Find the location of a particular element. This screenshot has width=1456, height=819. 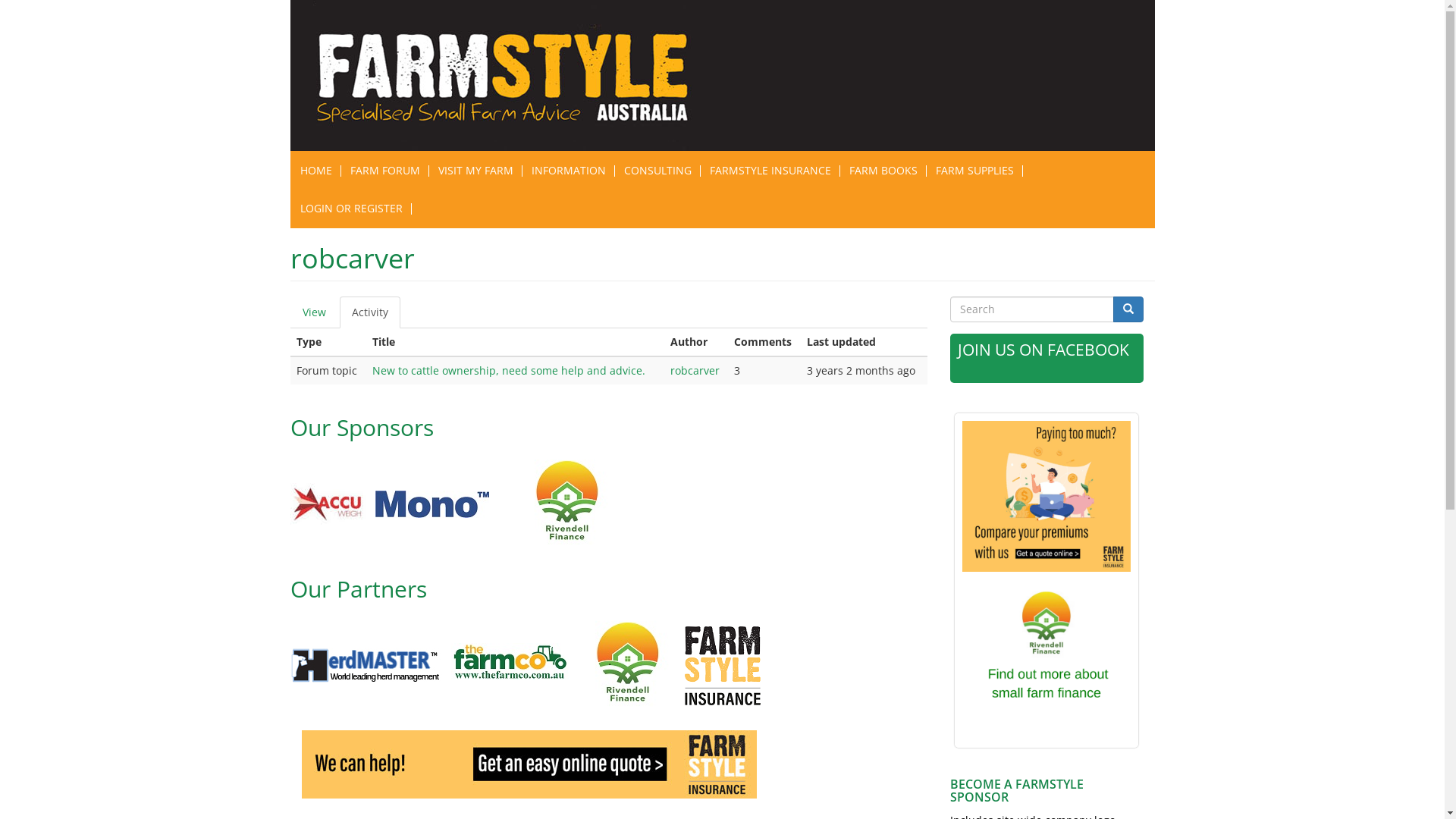

'JOIN US ON FACEBOOK' is located at coordinates (956, 350).